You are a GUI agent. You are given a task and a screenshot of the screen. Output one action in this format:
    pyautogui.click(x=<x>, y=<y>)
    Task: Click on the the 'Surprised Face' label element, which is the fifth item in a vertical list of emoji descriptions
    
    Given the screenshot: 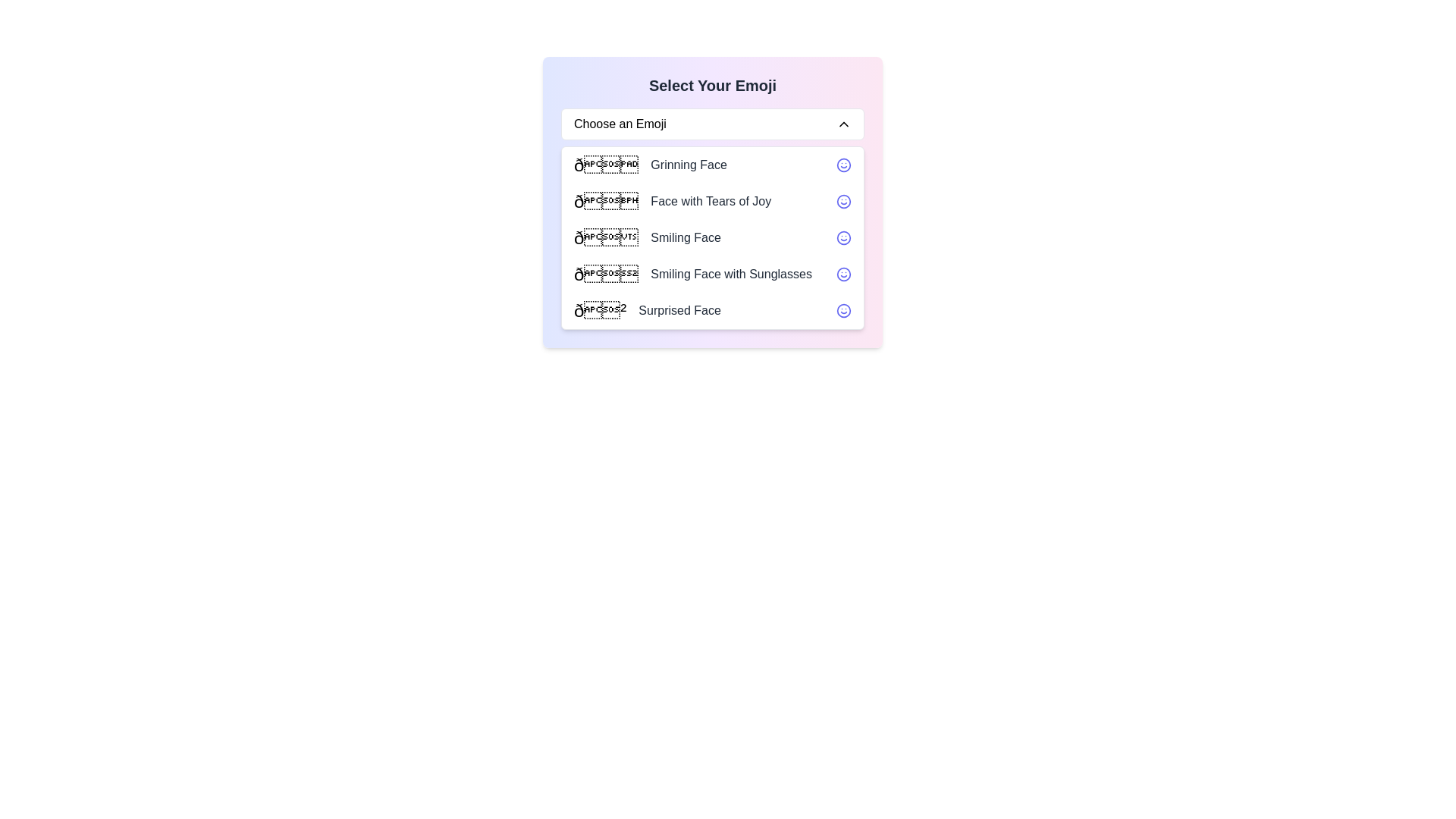 What is the action you would take?
    pyautogui.click(x=679, y=309)
    